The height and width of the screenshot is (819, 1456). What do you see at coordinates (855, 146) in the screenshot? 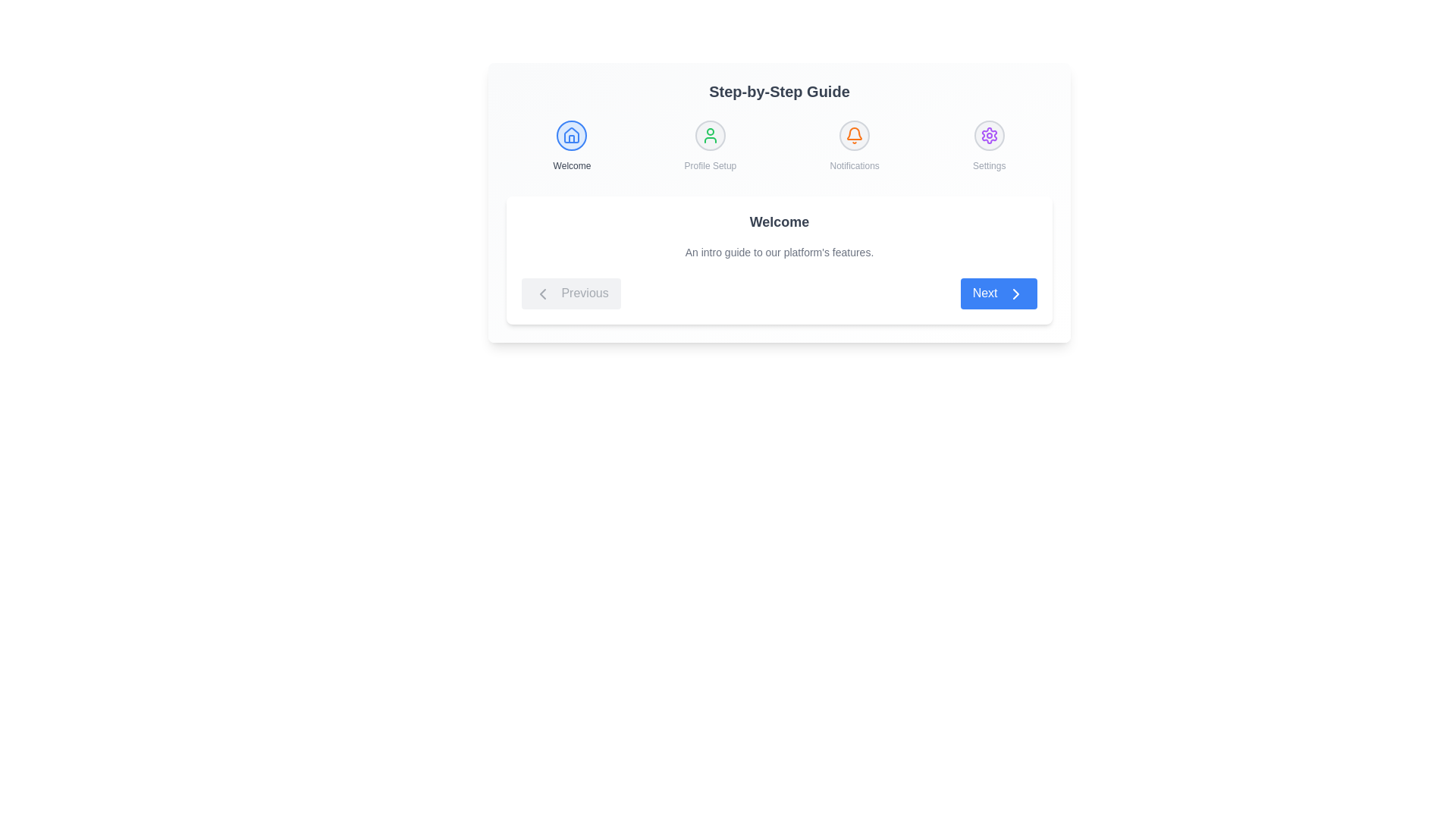
I see `the 'Notifications' icon, which is a circular element with a bell-shaped icon in orange and a small gray label below it` at bounding box center [855, 146].